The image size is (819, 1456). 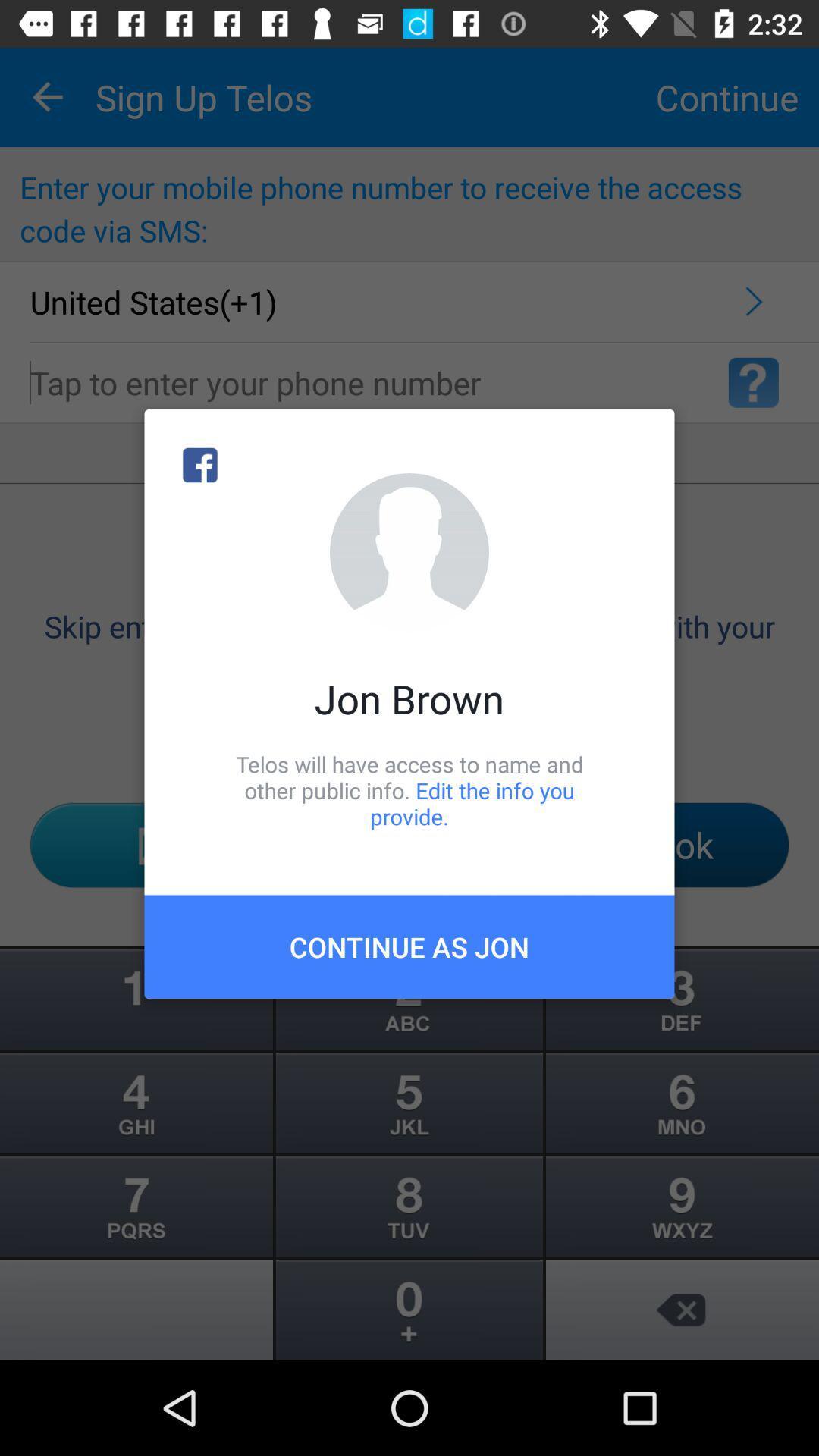 I want to click on telos will have, so click(x=409, y=789).